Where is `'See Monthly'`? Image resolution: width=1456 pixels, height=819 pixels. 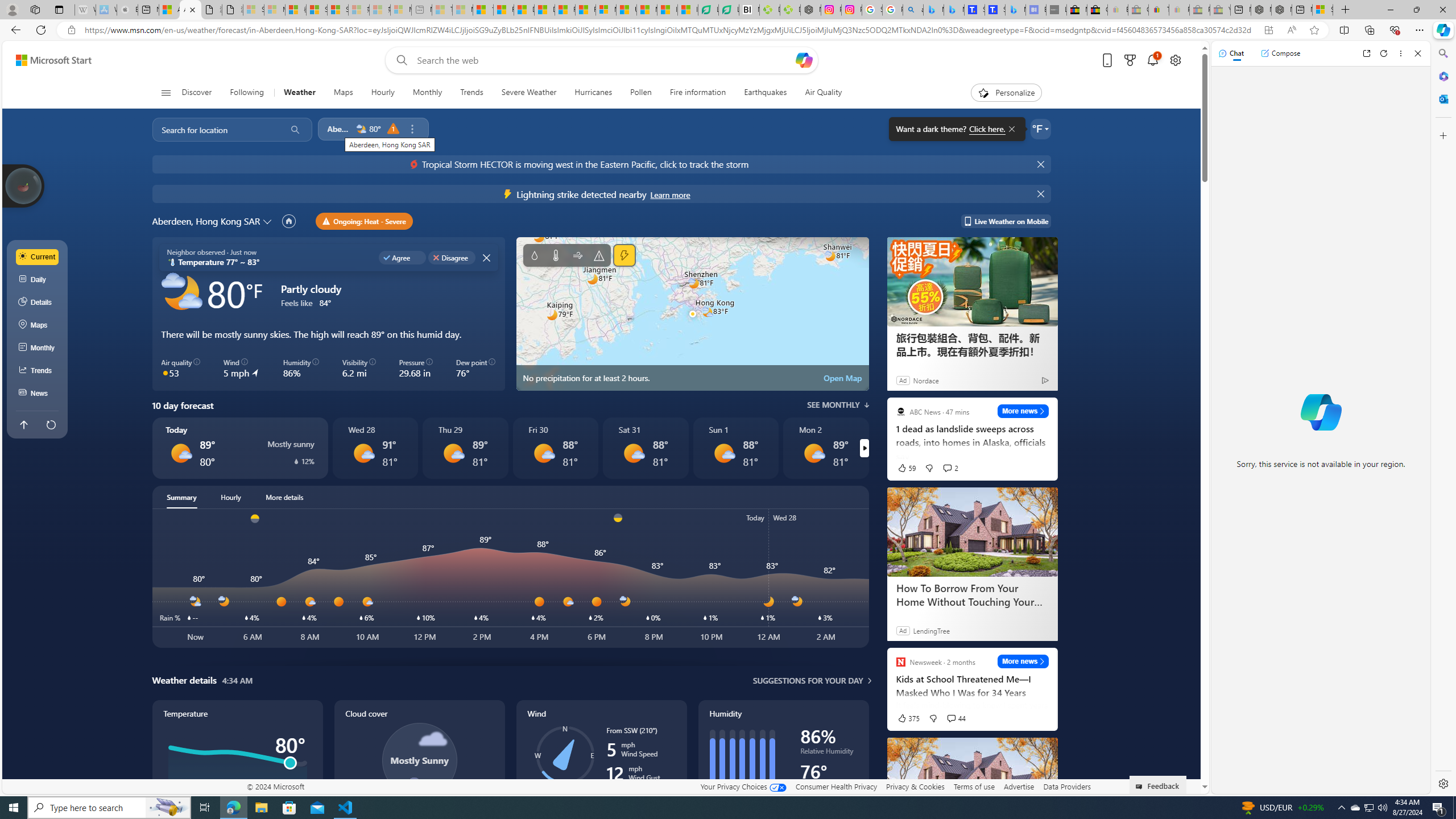
'See Monthly' is located at coordinates (837, 405).